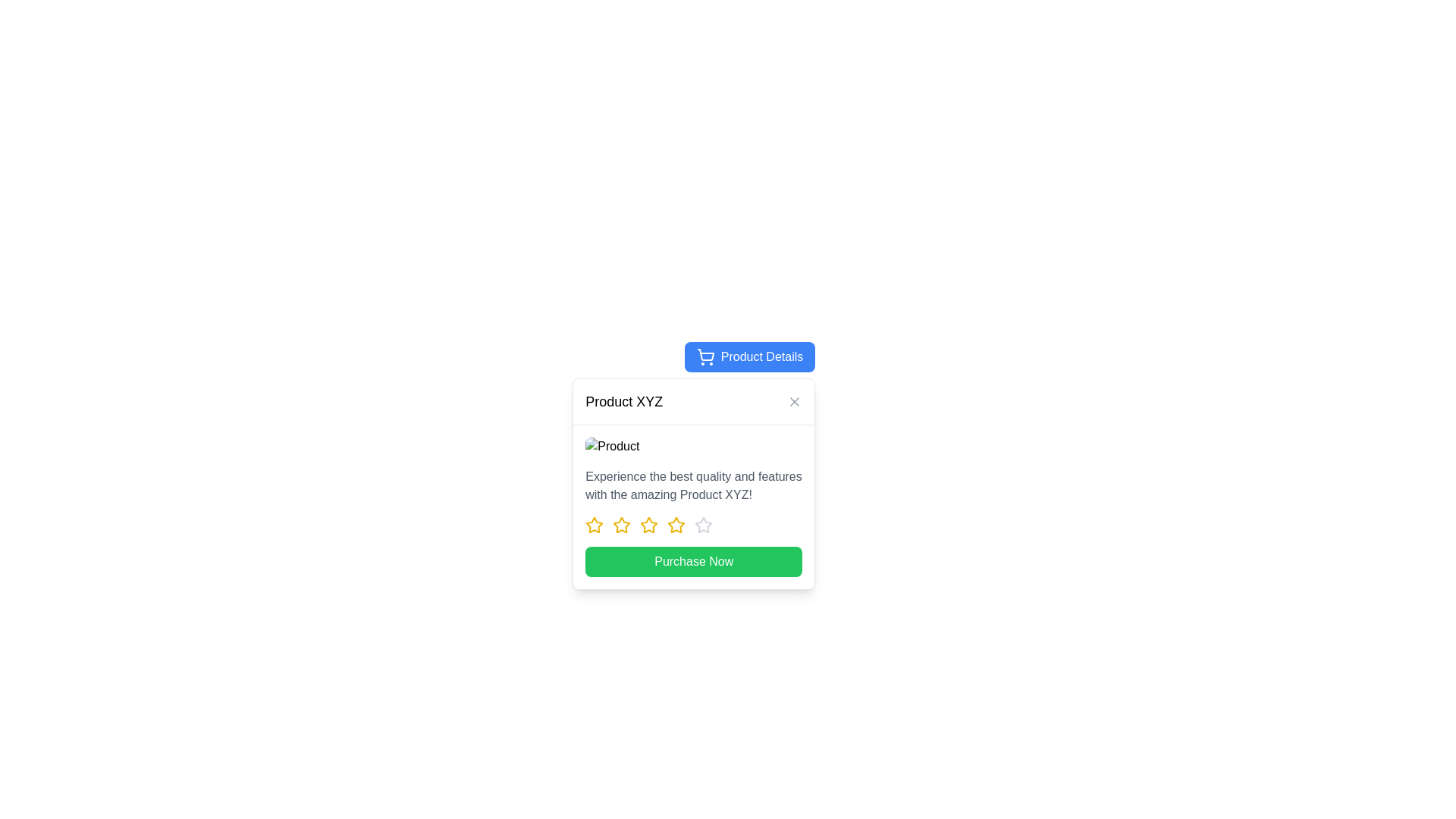 The width and height of the screenshot is (1456, 819). I want to click on the third yellow outlined star icon in the product description modal, so click(649, 524).